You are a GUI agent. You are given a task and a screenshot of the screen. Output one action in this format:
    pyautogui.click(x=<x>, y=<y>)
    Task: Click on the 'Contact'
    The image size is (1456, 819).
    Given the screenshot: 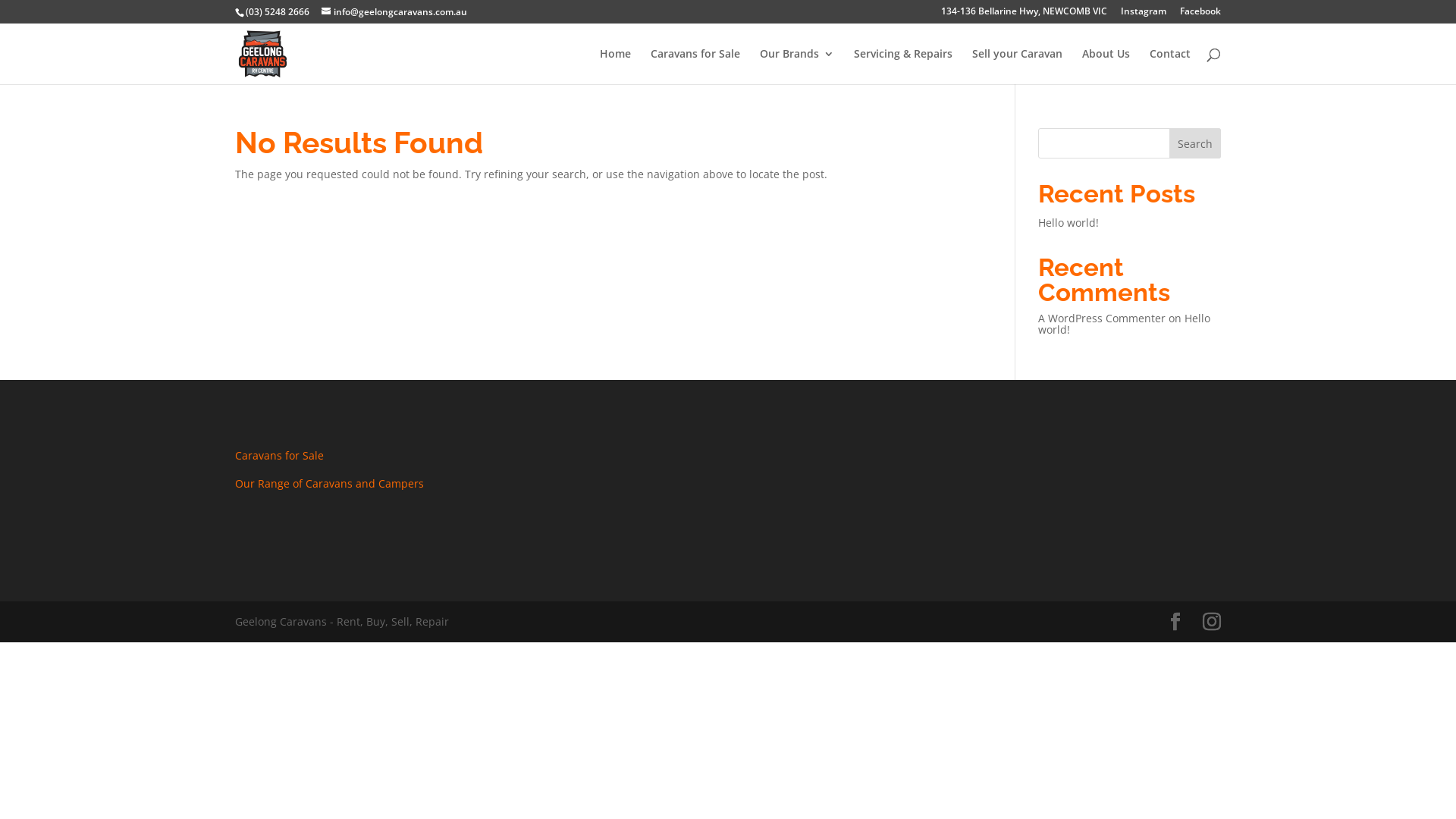 What is the action you would take?
    pyautogui.click(x=1169, y=65)
    